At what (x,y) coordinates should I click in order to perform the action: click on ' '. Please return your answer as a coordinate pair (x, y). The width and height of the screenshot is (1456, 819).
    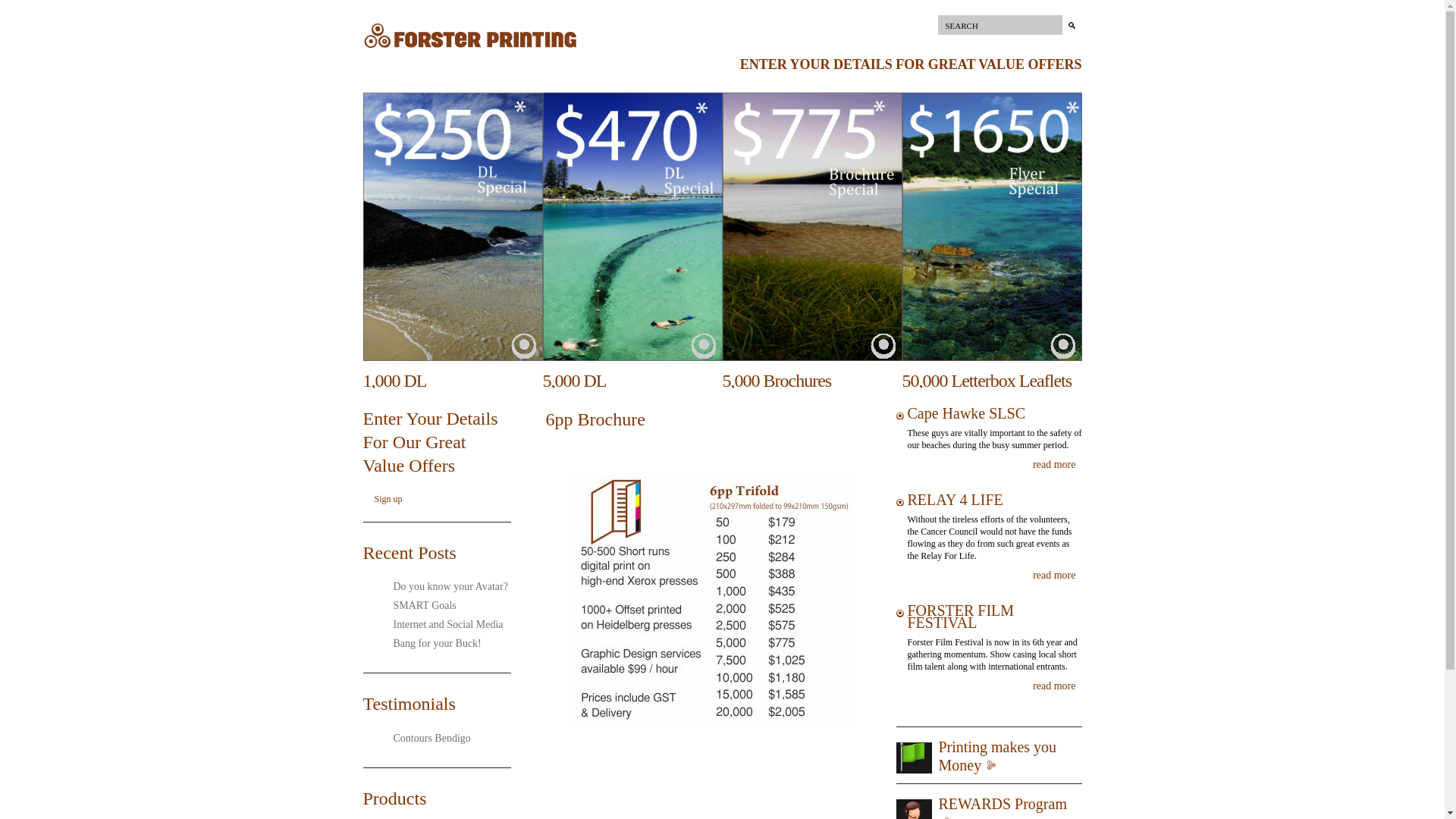
    Looking at the image, I should click on (527, 347).